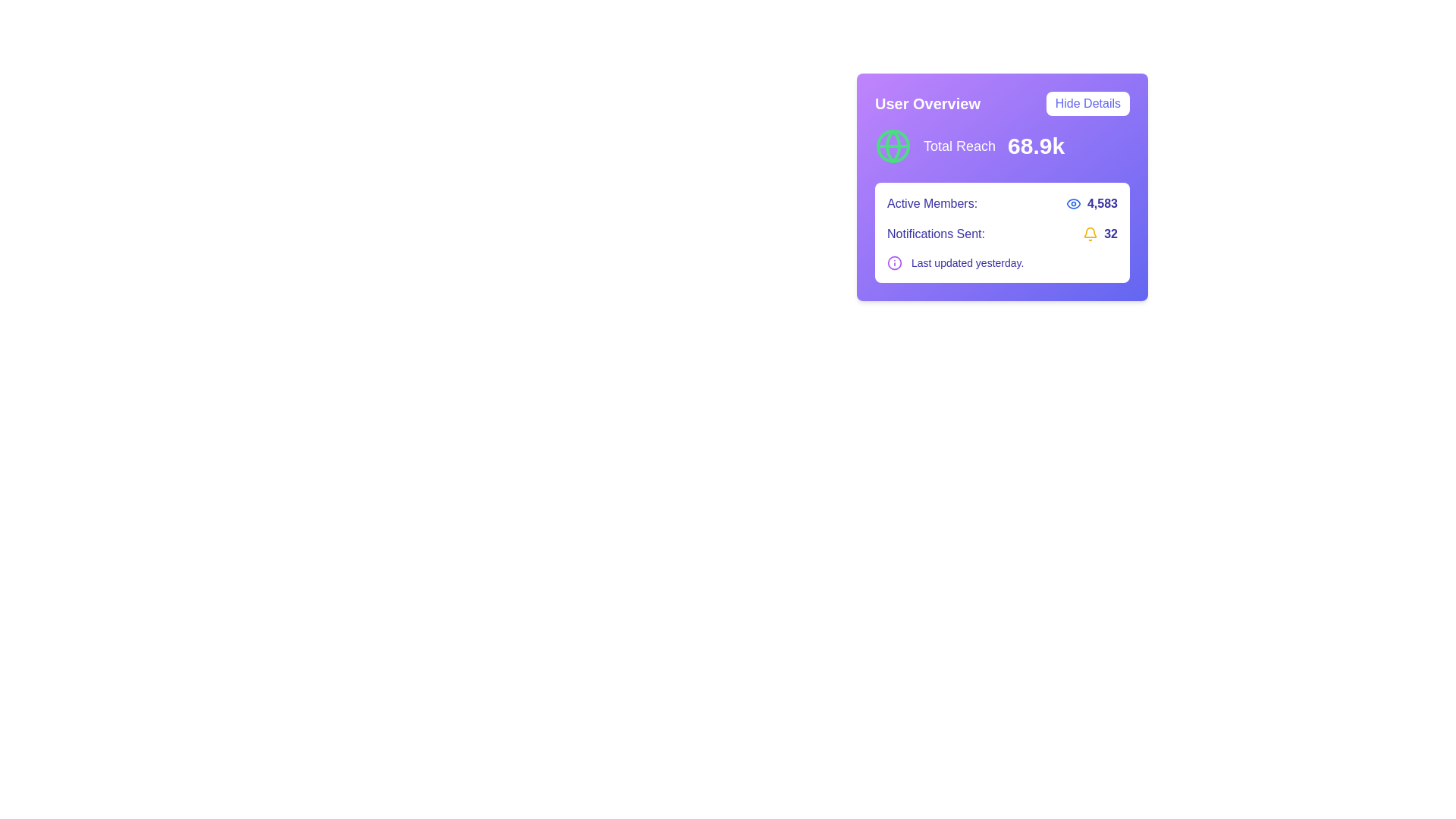 The height and width of the screenshot is (819, 1456). Describe the element at coordinates (1002, 234) in the screenshot. I see `the statistic displayed in the data row labeled 'Notifications Sent:' which shows the number '32' accompanied by a yellow bell icon` at that location.